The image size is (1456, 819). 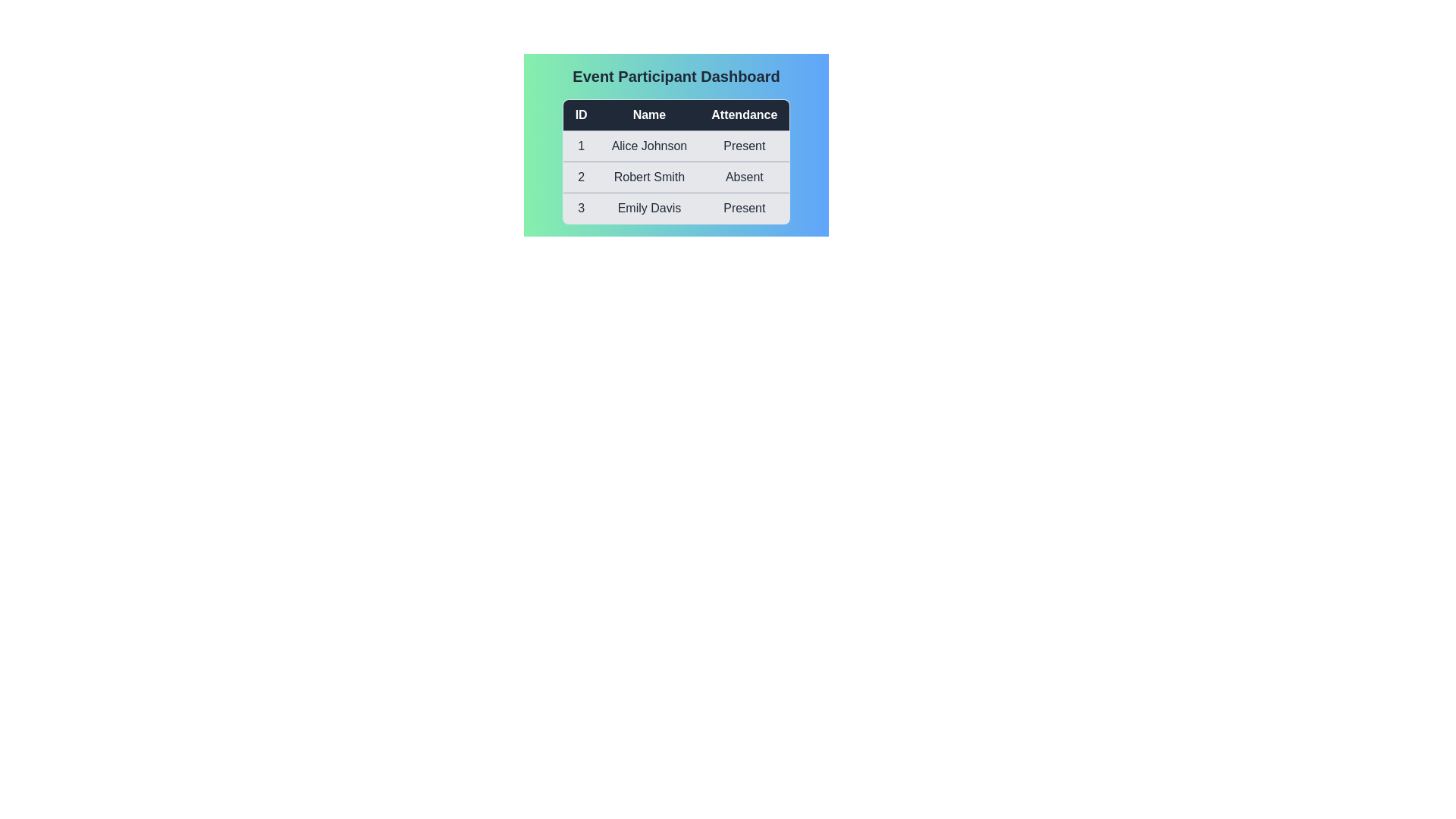 What do you see at coordinates (745, 177) in the screenshot?
I see `the attendance status indicator text label that shows 'Absent' for the individual in the second row of the table, specifically located in the third column under the 'Attendance' header` at bounding box center [745, 177].